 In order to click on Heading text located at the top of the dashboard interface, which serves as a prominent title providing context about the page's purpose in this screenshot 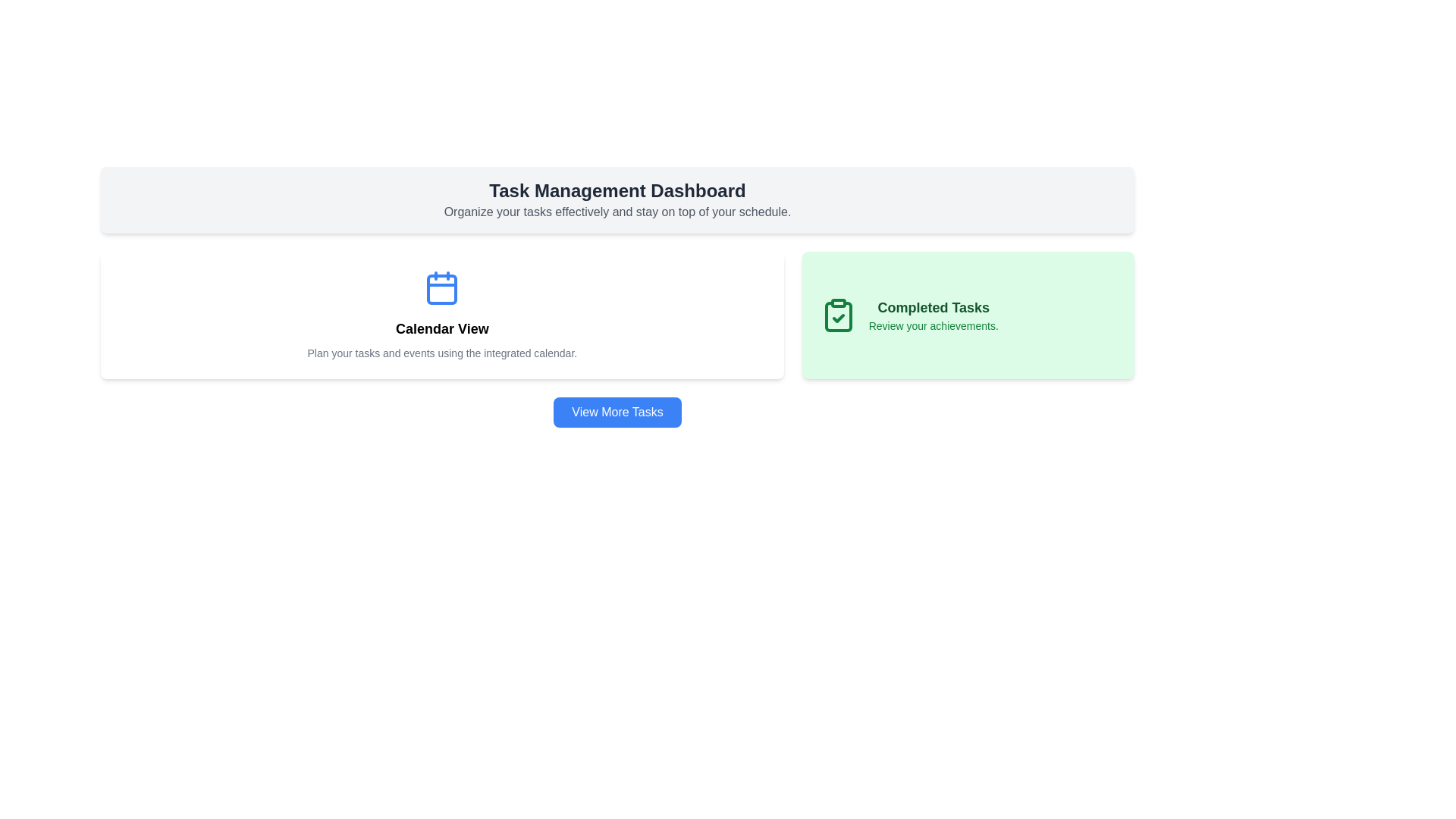, I will do `click(617, 190)`.